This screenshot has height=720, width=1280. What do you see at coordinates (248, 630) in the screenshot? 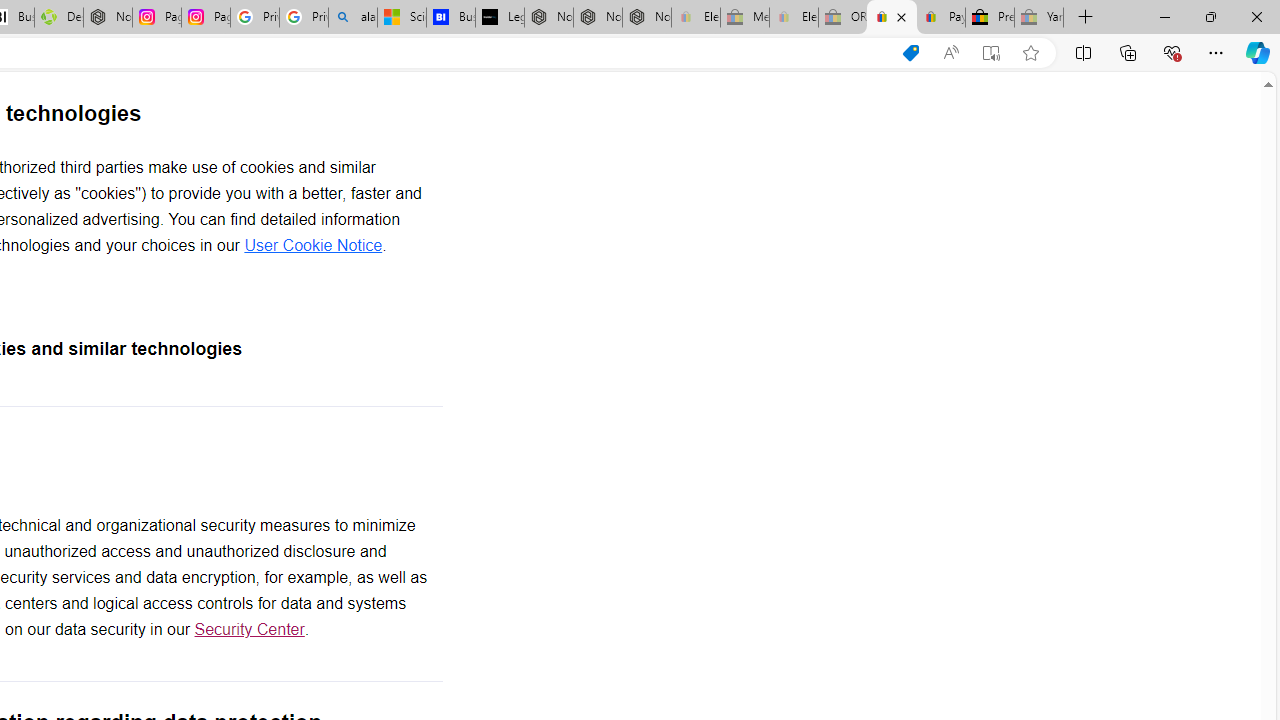
I see `'Security Center - opens in new window or tab'` at bounding box center [248, 630].